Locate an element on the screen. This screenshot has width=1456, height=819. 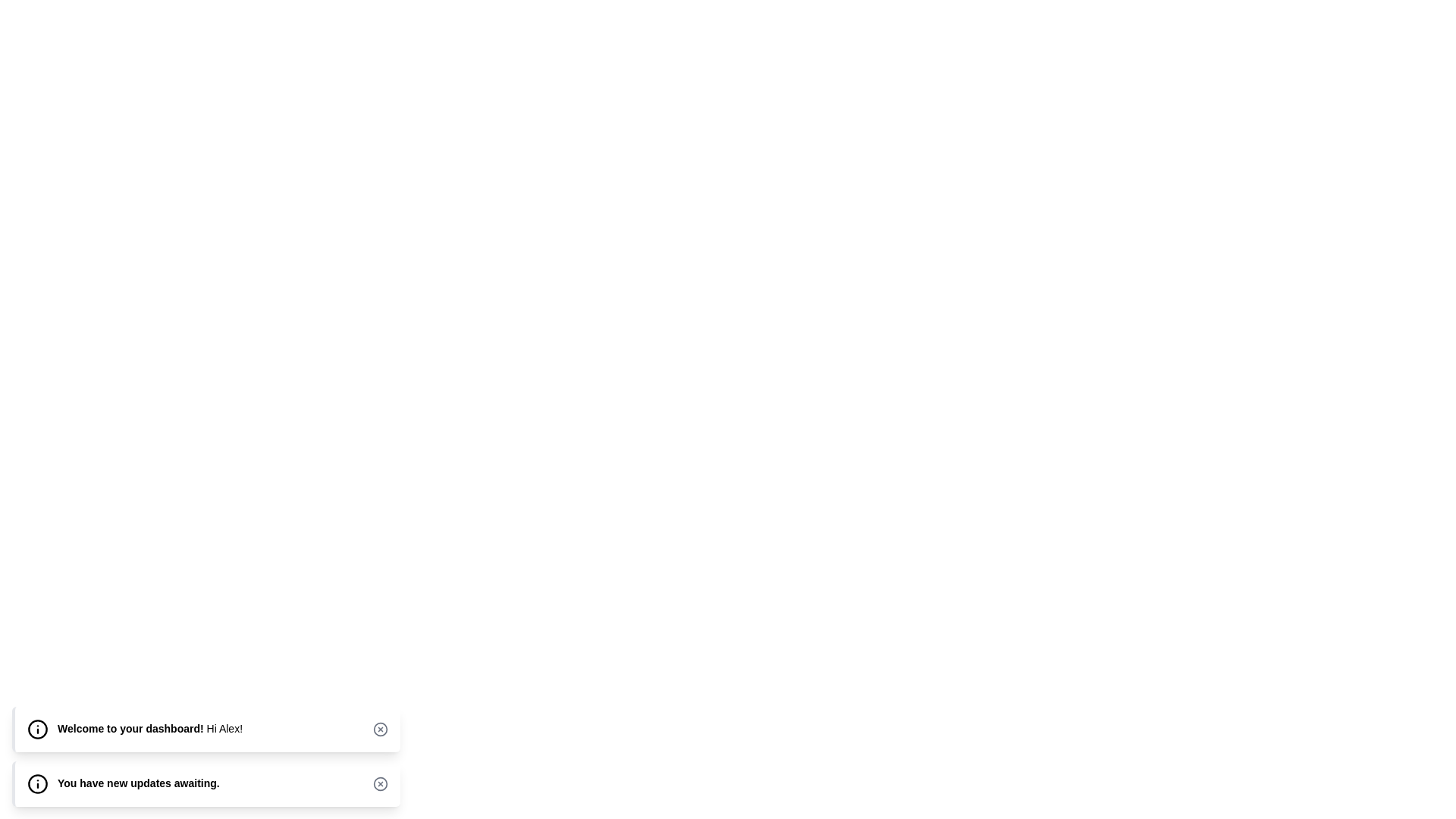
text label that informs the user about new updates, positioned in the lower-left quadrant of the interface, between the information icon and the close button is located at coordinates (138, 783).